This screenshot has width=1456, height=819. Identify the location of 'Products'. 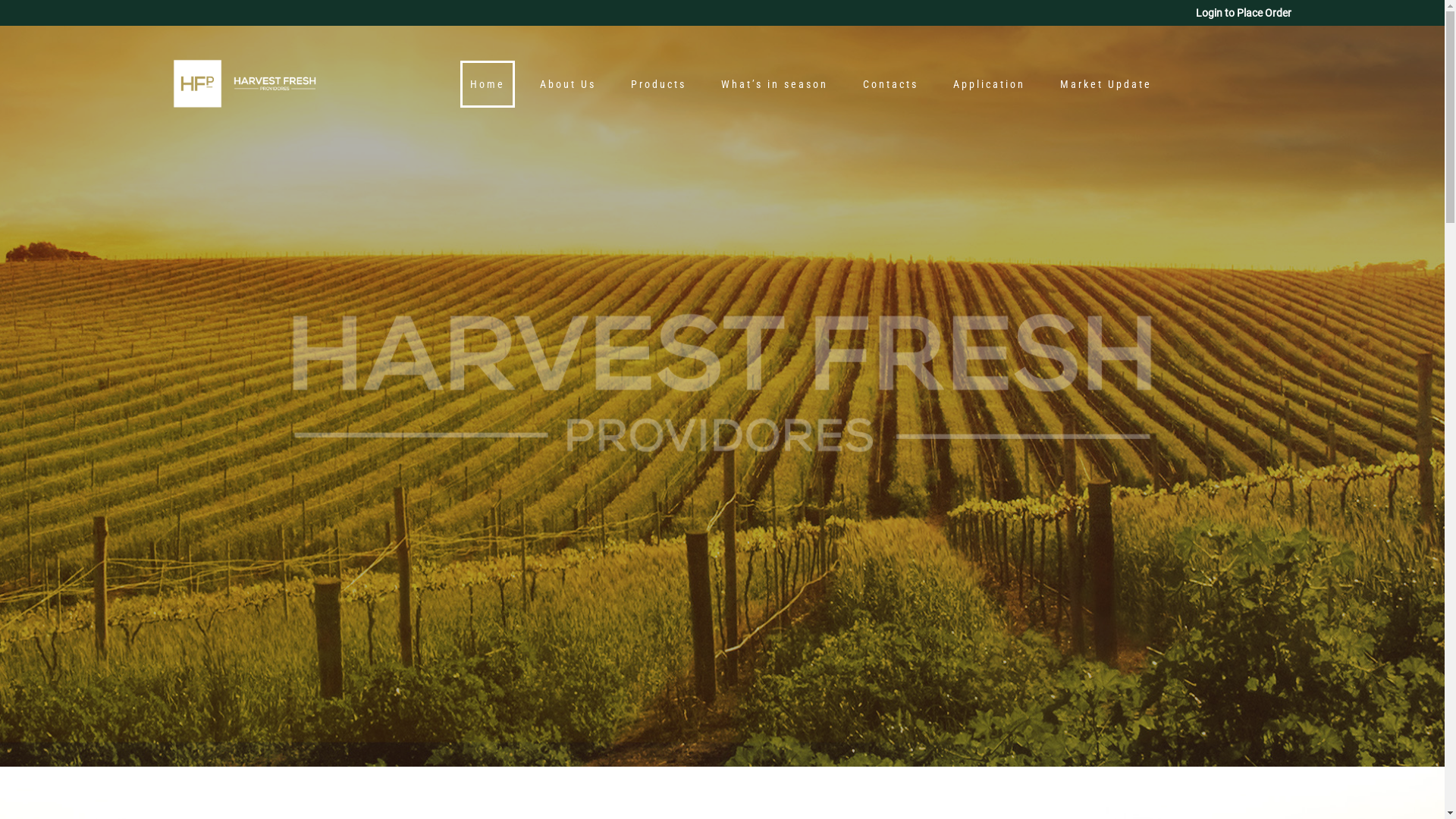
(658, 84).